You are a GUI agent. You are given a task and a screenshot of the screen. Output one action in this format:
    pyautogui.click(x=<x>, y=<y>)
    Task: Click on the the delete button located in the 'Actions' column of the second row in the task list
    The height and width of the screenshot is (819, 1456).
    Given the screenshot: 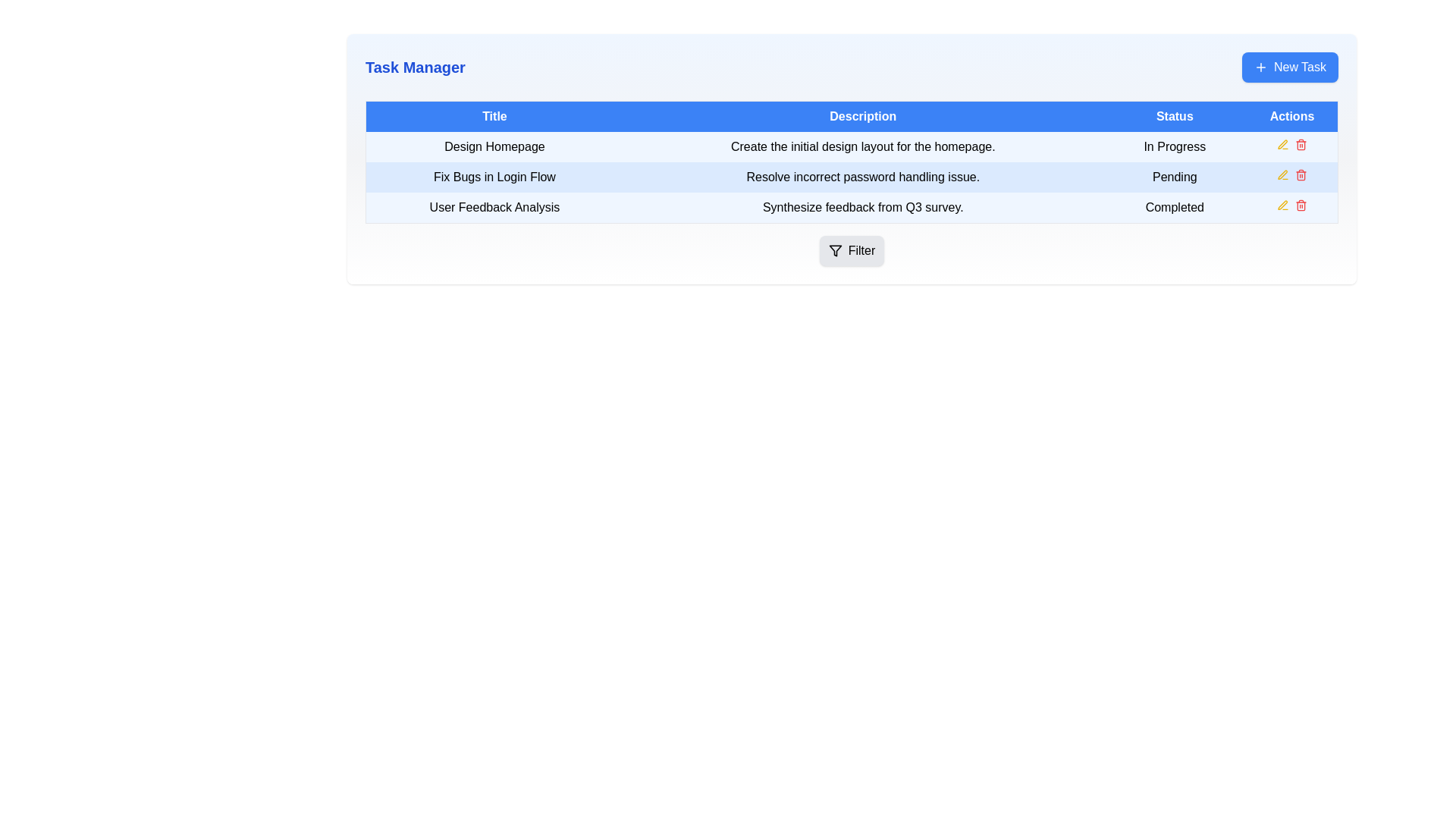 What is the action you would take?
    pyautogui.click(x=1300, y=174)
    